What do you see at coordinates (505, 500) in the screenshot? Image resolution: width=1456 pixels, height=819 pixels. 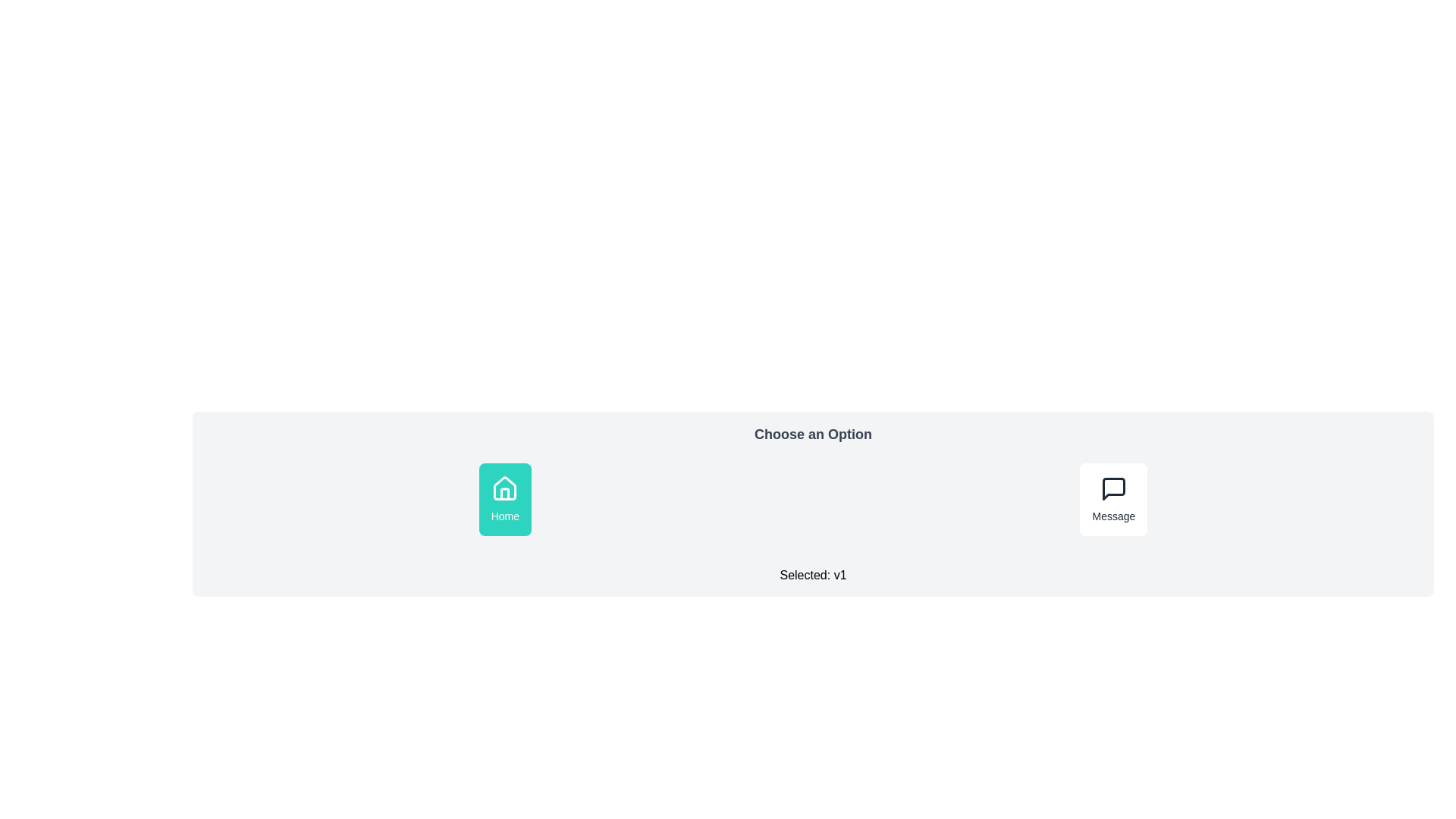 I see `the teal rectangular button labeled 'Home' with a house icon` at bounding box center [505, 500].